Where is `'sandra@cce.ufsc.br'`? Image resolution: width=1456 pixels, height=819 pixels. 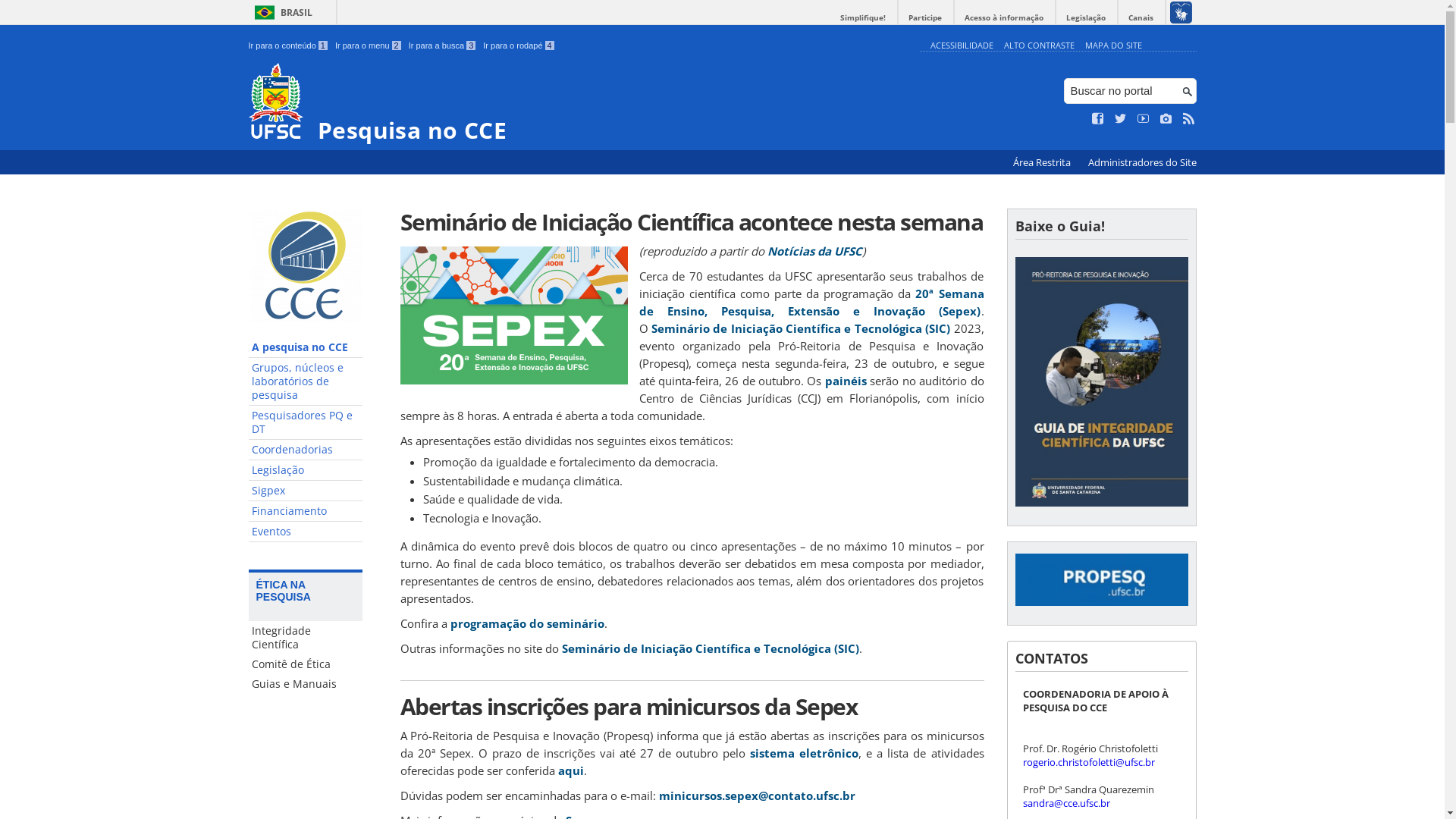 'sandra@cce.ufsc.br' is located at coordinates (1022, 802).